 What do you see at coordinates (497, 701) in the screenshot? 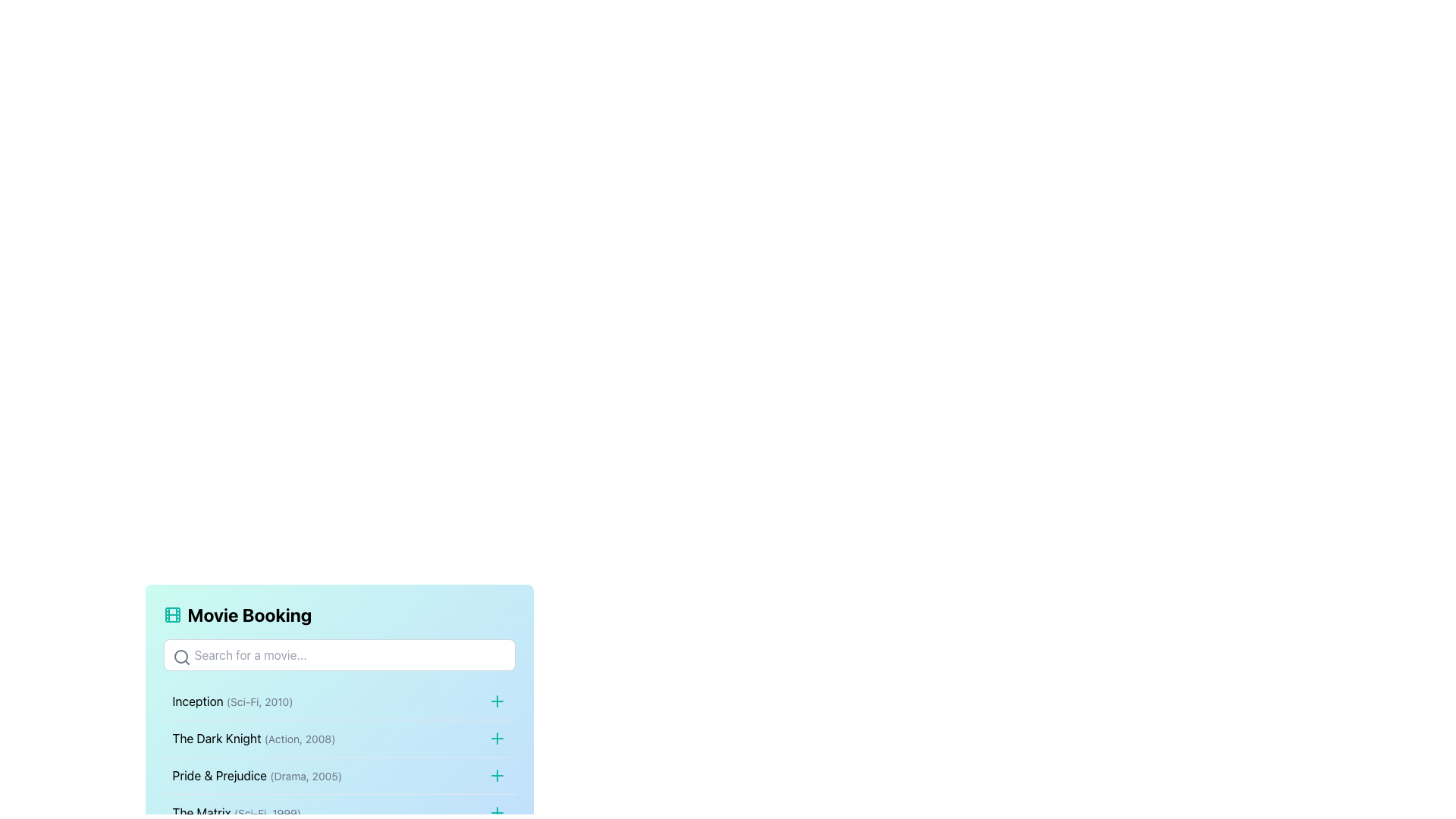
I see `the button` at bounding box center [497, 701].